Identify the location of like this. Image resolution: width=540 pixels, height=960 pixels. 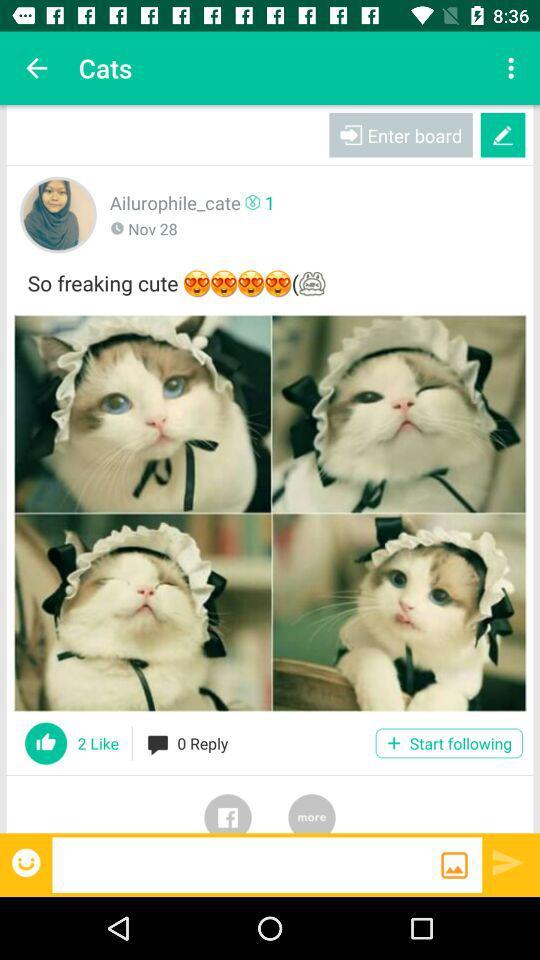
(46, 742).